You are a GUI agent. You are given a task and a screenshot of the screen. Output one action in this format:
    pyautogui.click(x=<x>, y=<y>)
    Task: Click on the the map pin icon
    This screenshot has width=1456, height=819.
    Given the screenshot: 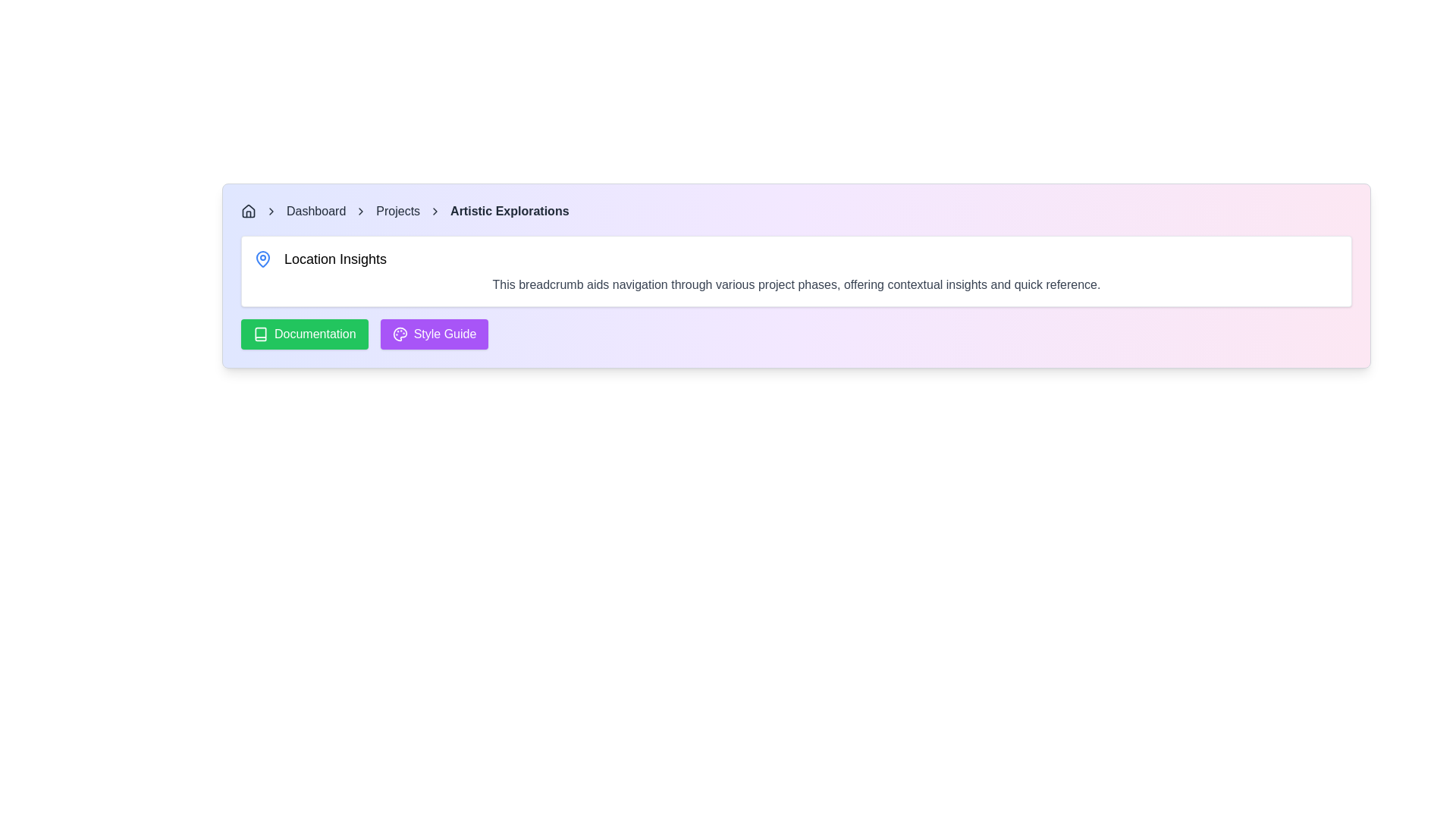 What is the action you would take?
    pyautogui.click(x=262, y=257)
    